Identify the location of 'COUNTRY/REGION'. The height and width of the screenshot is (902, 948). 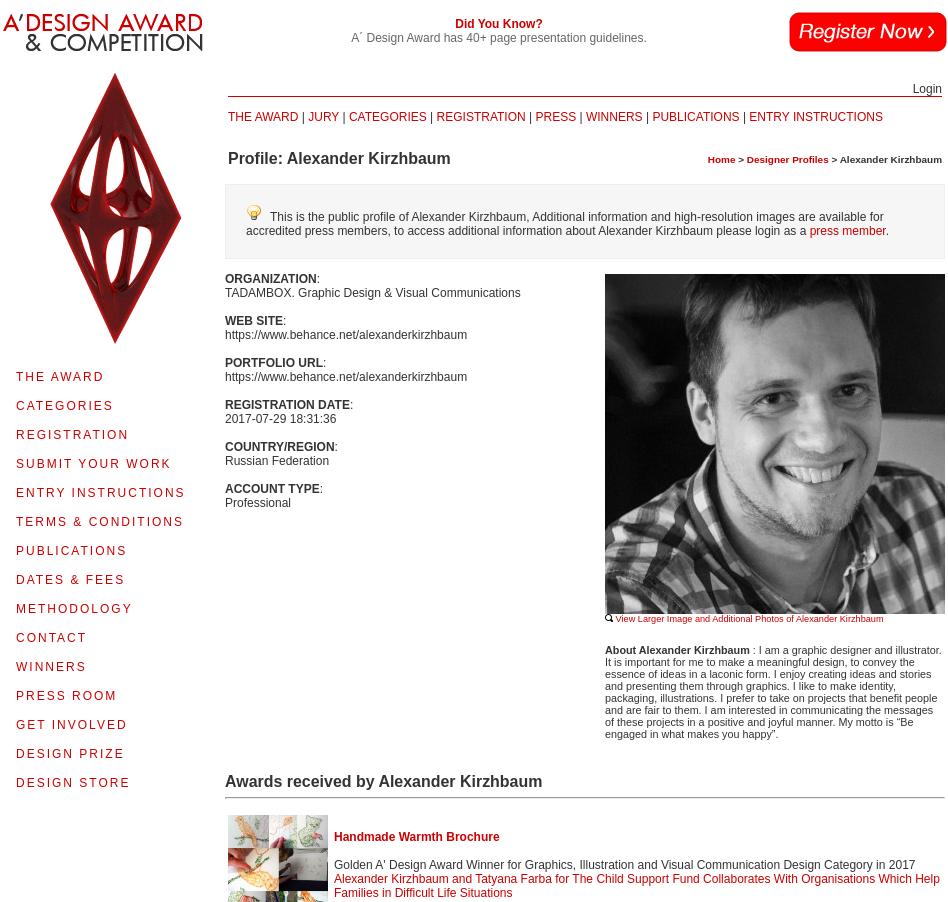
(279, 447).